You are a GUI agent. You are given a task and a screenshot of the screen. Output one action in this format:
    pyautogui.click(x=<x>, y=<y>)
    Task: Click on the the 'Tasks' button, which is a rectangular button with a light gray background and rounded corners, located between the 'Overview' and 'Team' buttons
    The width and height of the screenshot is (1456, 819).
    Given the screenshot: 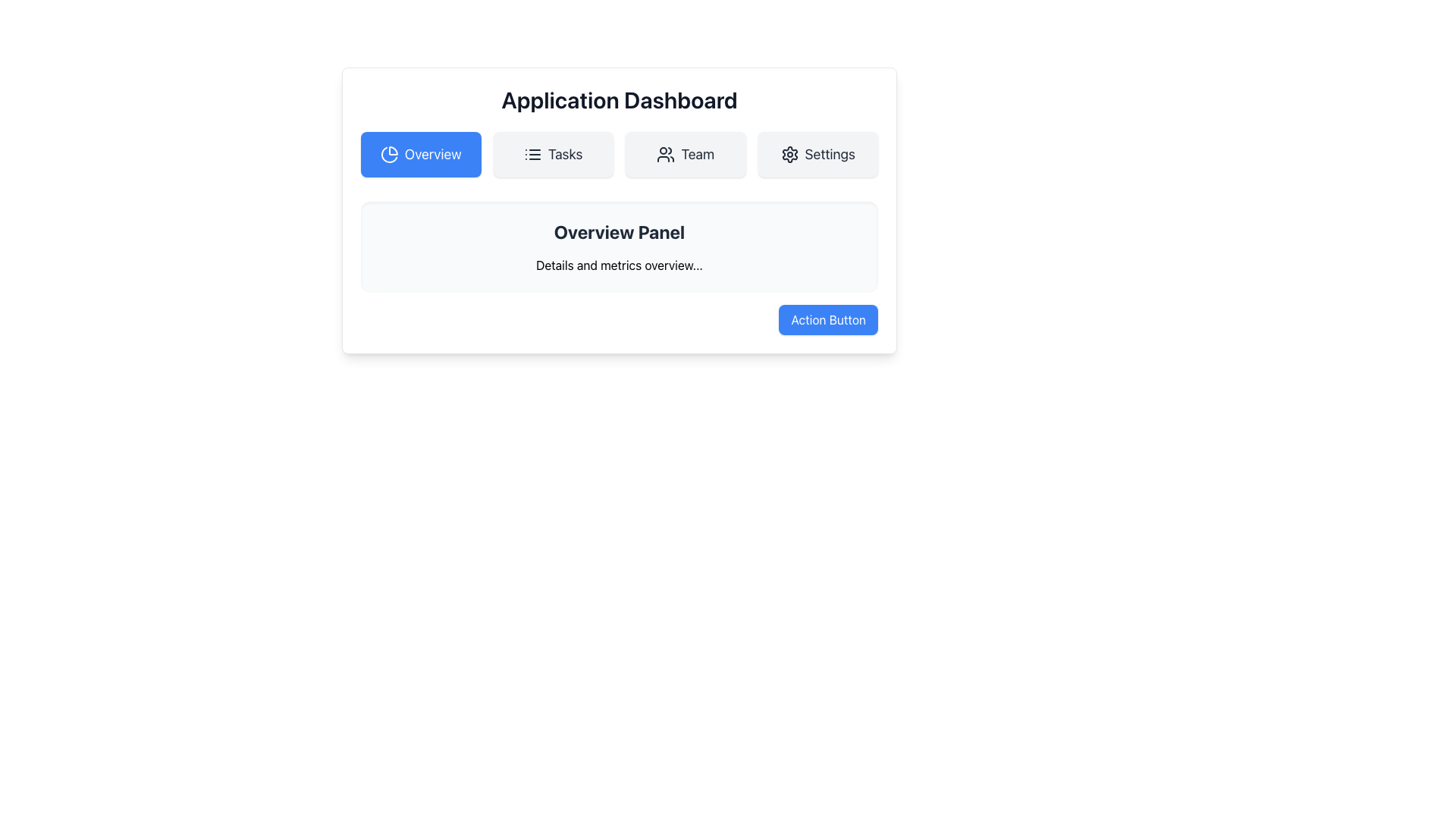 What is the action you would take?
    pyautogui.click(x=552, y=155)
    